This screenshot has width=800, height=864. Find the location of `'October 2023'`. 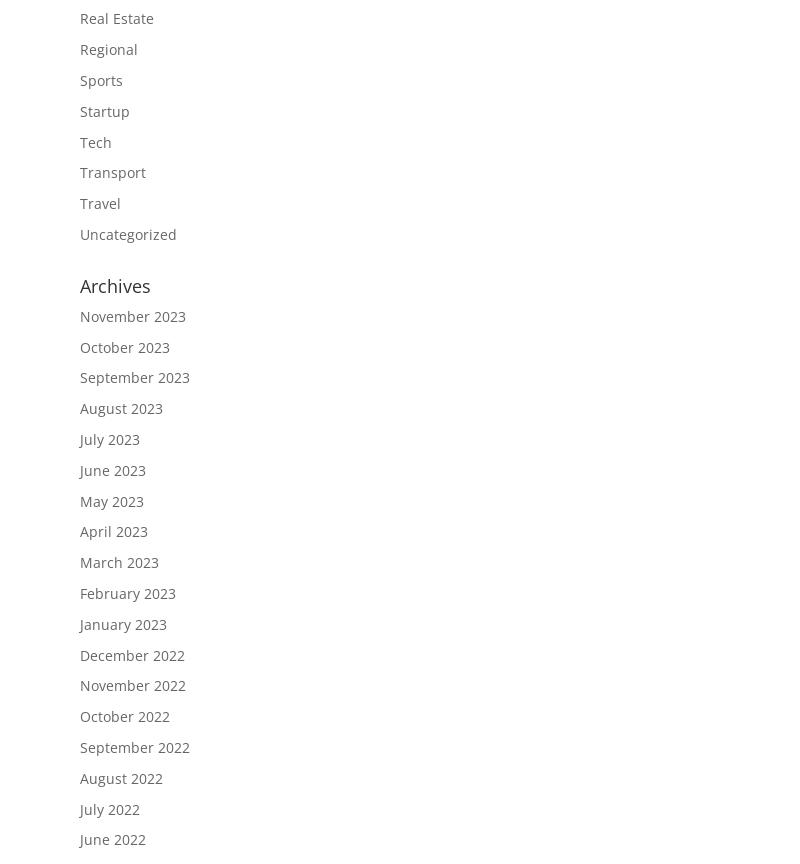

'October 2023' is located at coordinates (80, 345).